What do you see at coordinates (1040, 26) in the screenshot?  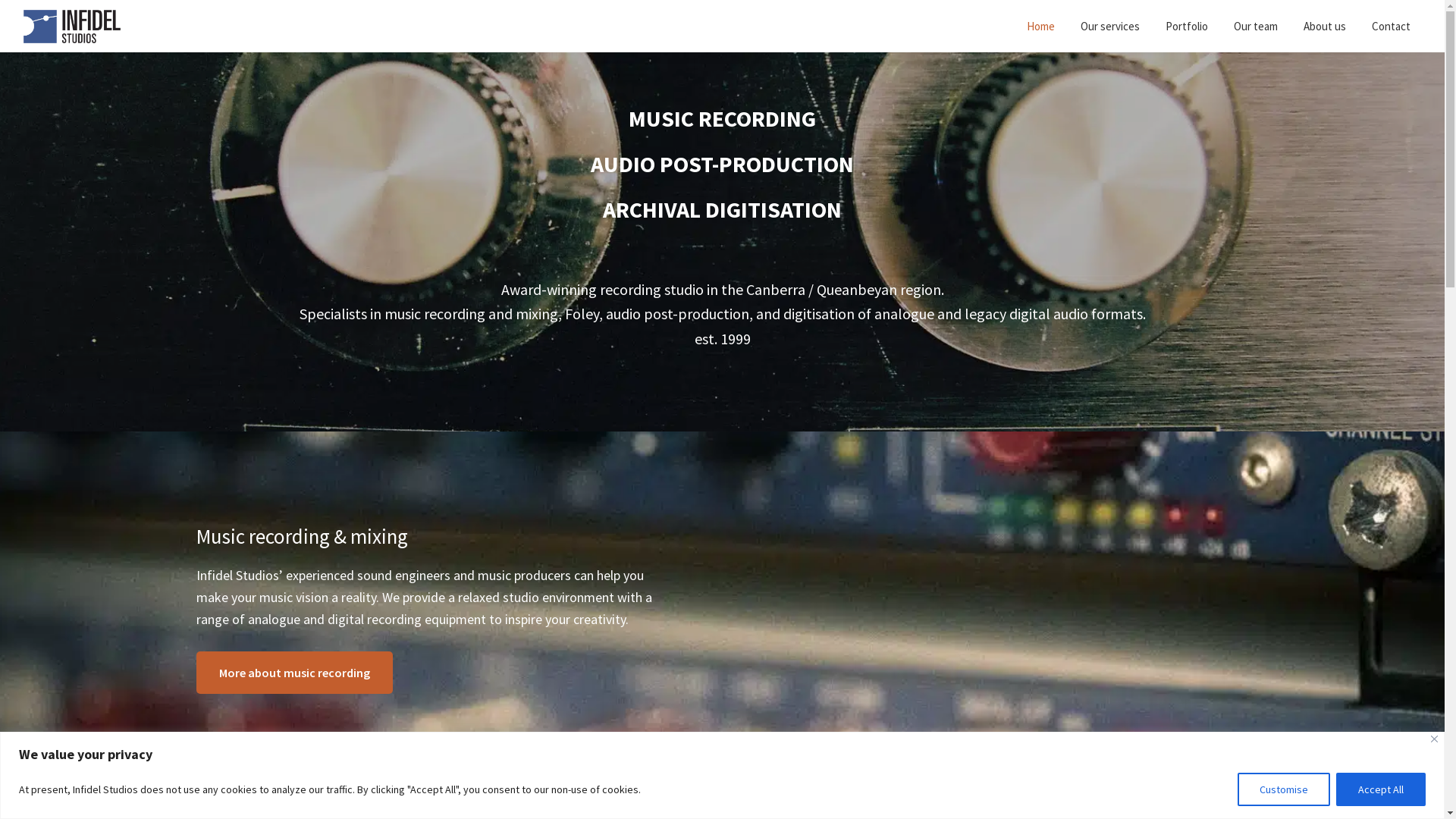 I see `'Home'` at bounding box center [1040, 26].